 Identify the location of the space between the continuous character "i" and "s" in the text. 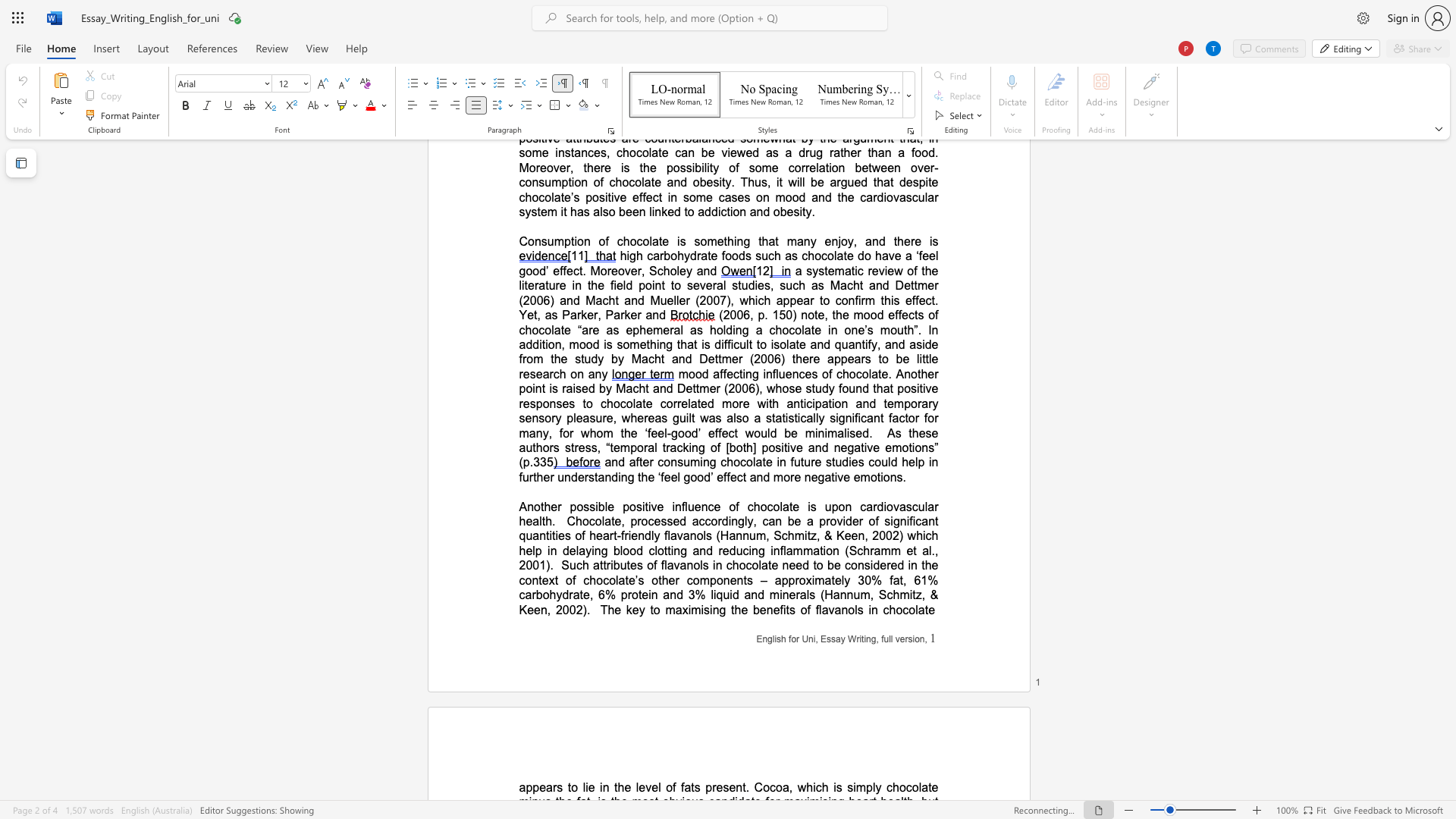
(704, 609).